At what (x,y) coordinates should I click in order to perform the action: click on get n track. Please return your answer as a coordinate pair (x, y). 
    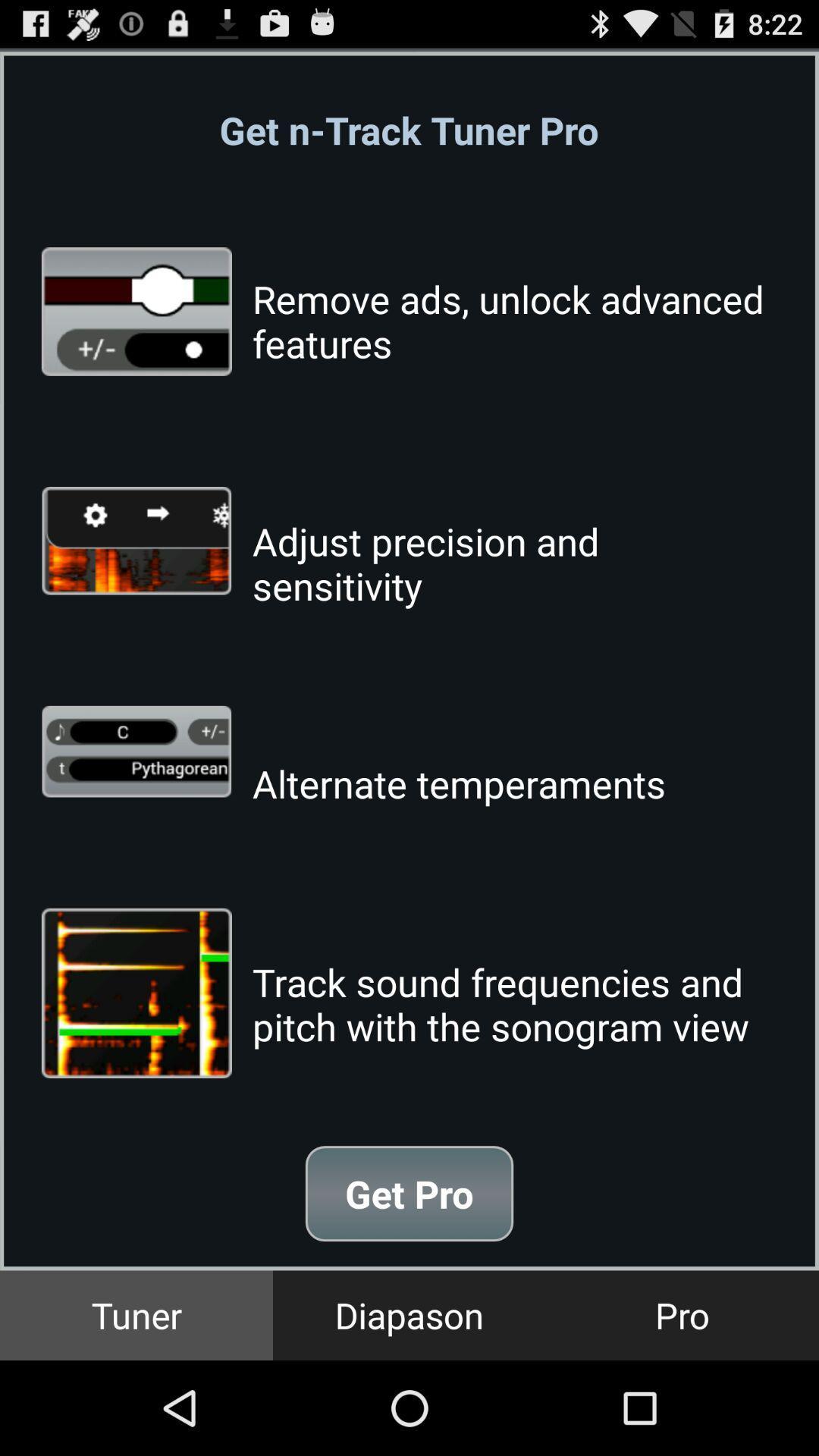
    Looking at the image, I should click on (408, 130).